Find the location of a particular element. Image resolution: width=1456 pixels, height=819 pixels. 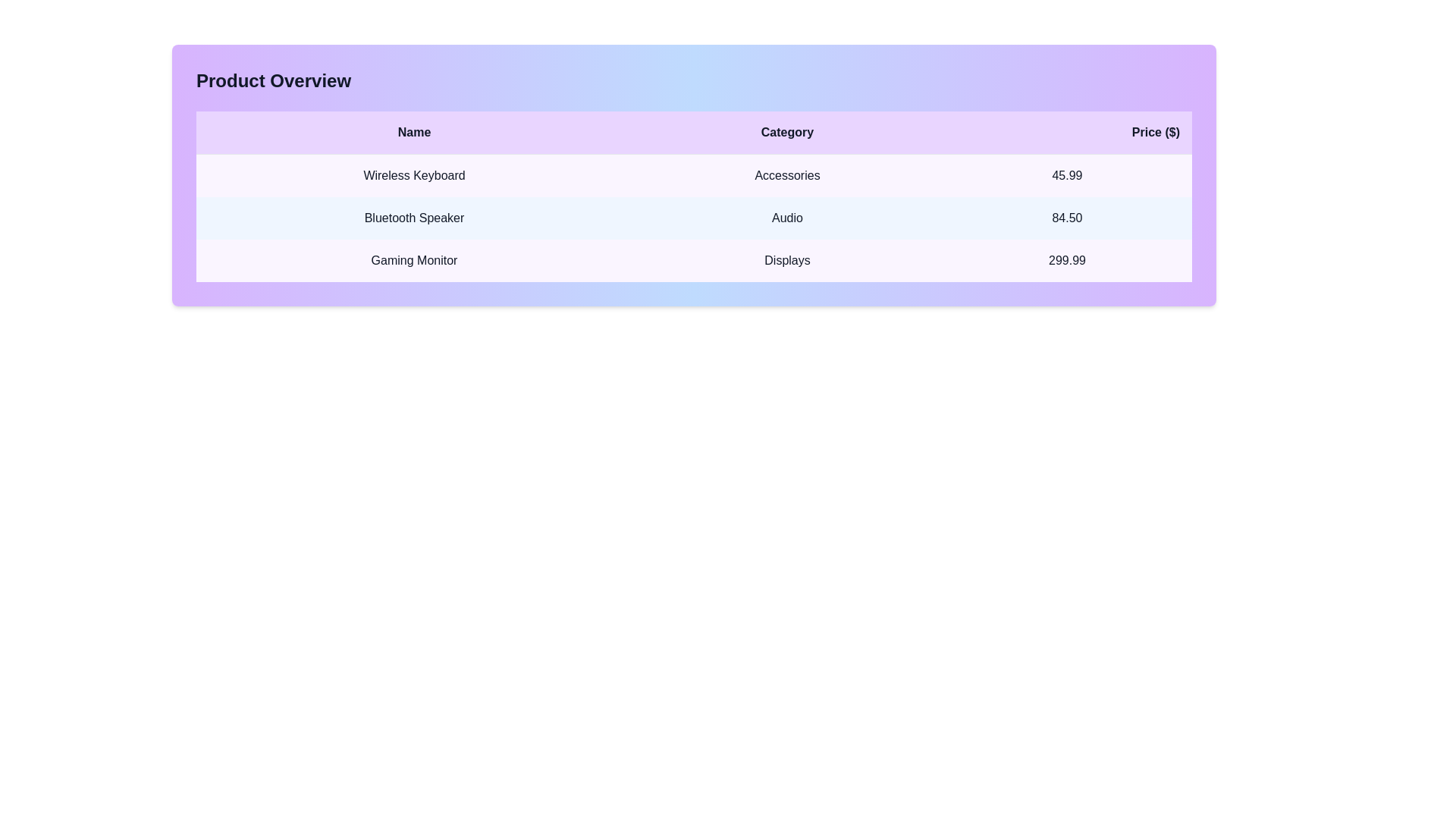

the text element displaying 'Accessories' in the second cell of the 'Wireless Keyboard' row, located in the 'Category' column of the table is located at coordinates (787, 174).